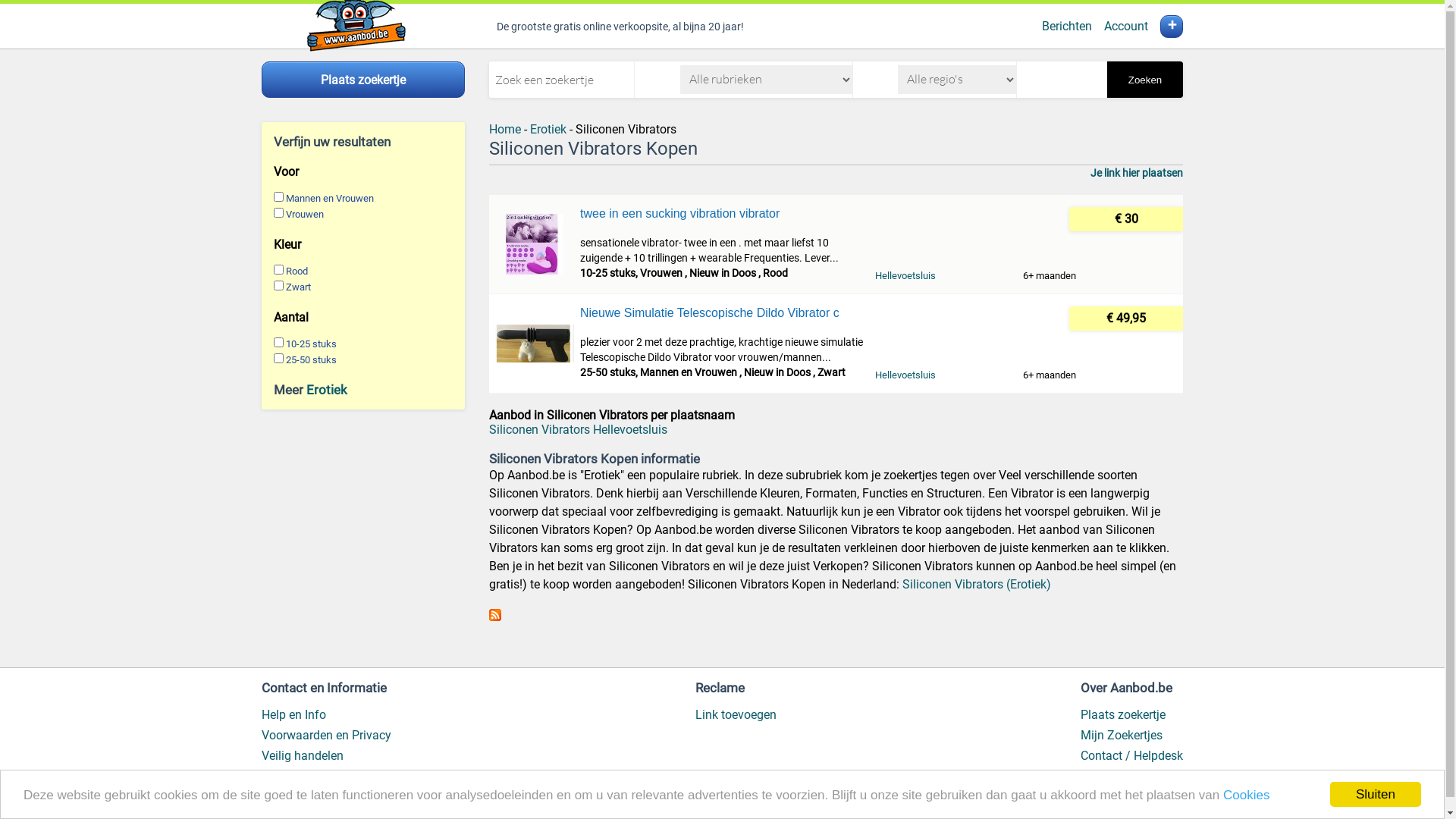  Describe the element at coordinates (1106, 79) in the screenshot. I see `'Zoeken'` at that location.